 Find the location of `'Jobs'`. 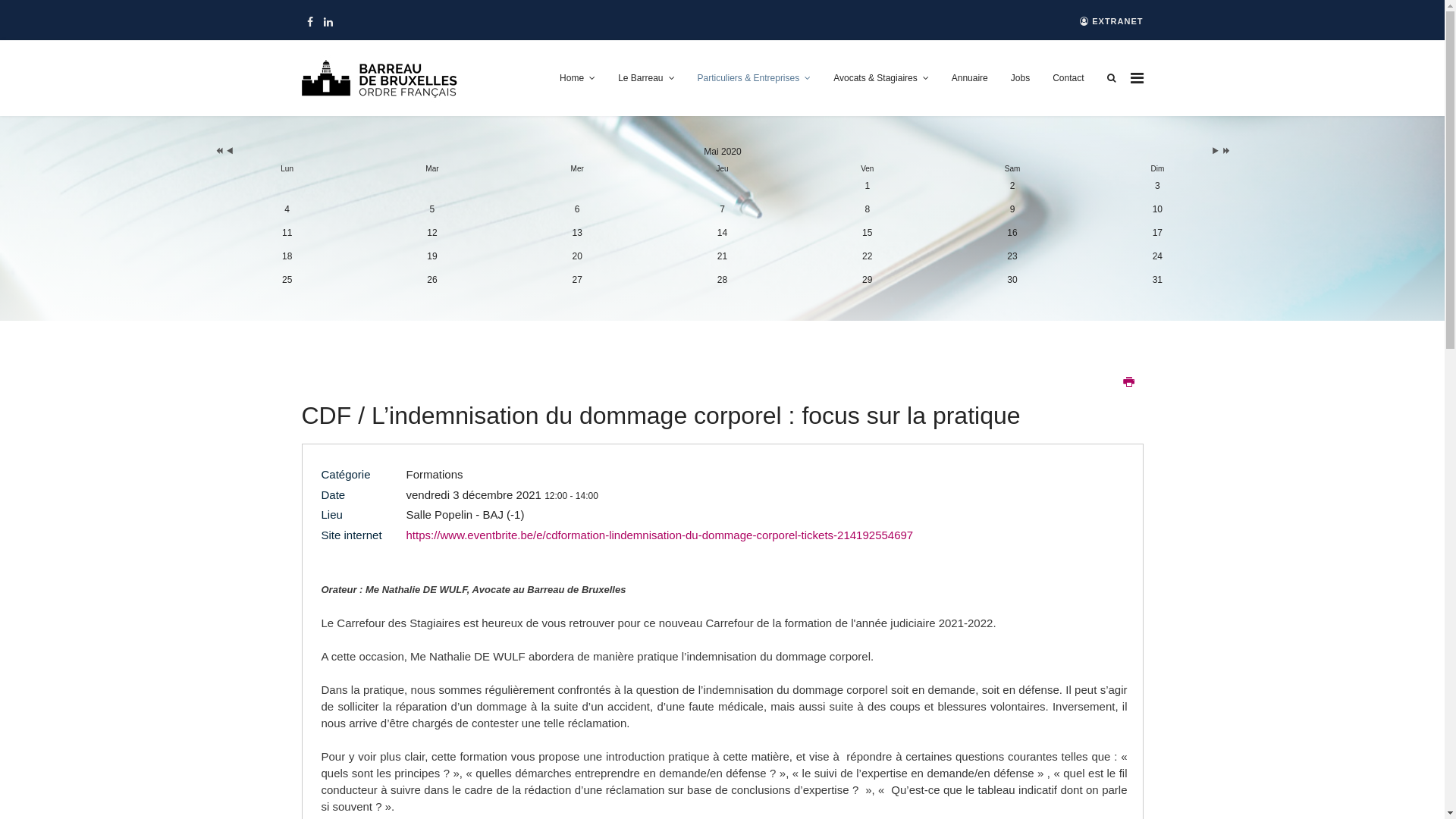

'Jobs' is located at coordinates (1020, 78).